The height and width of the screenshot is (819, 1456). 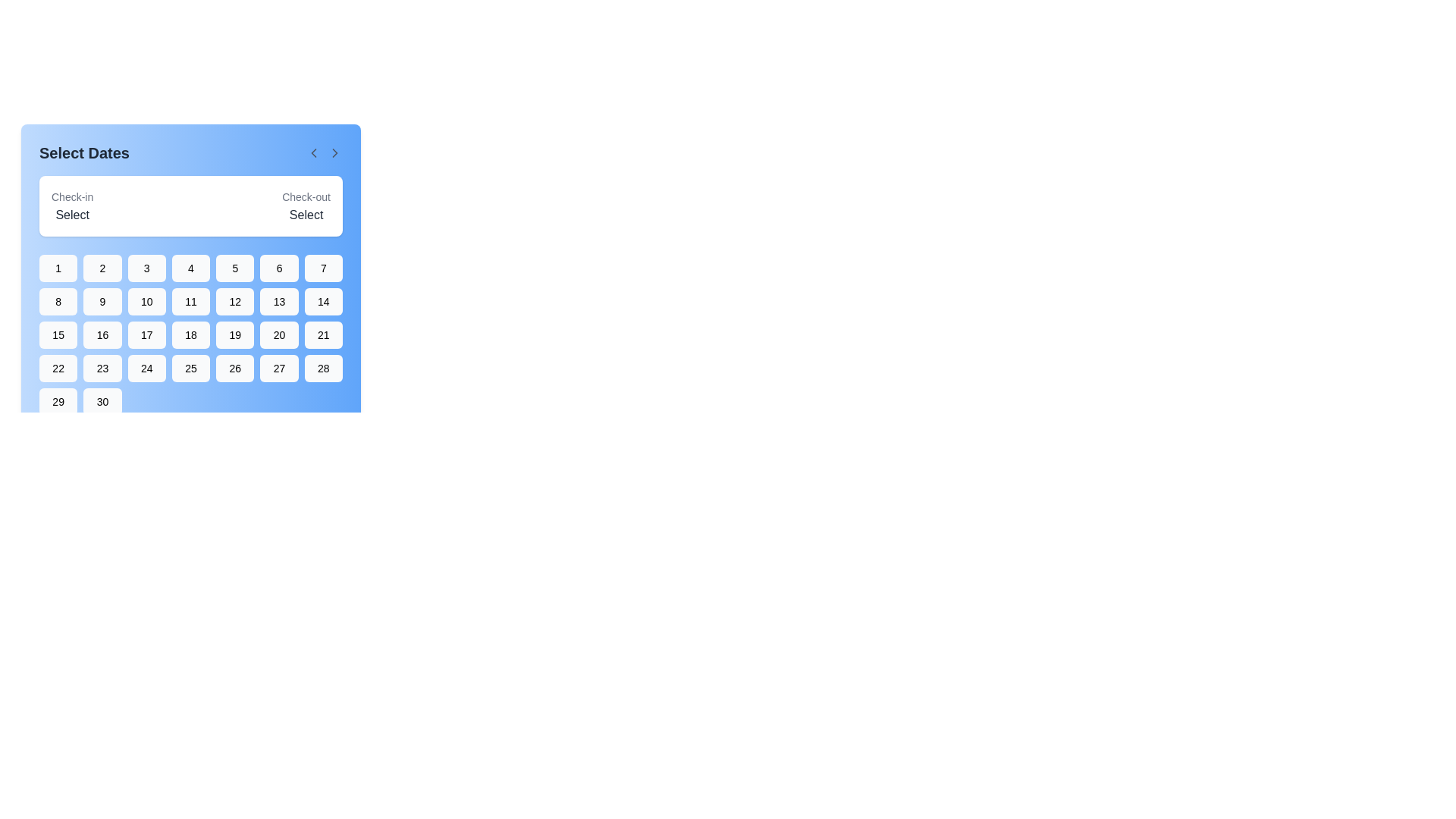 What do you see at coordinates (58, 369) in the screenshot?
I see `the button representing the date '22' in the calendar interface` at bounding box center [58, 369].